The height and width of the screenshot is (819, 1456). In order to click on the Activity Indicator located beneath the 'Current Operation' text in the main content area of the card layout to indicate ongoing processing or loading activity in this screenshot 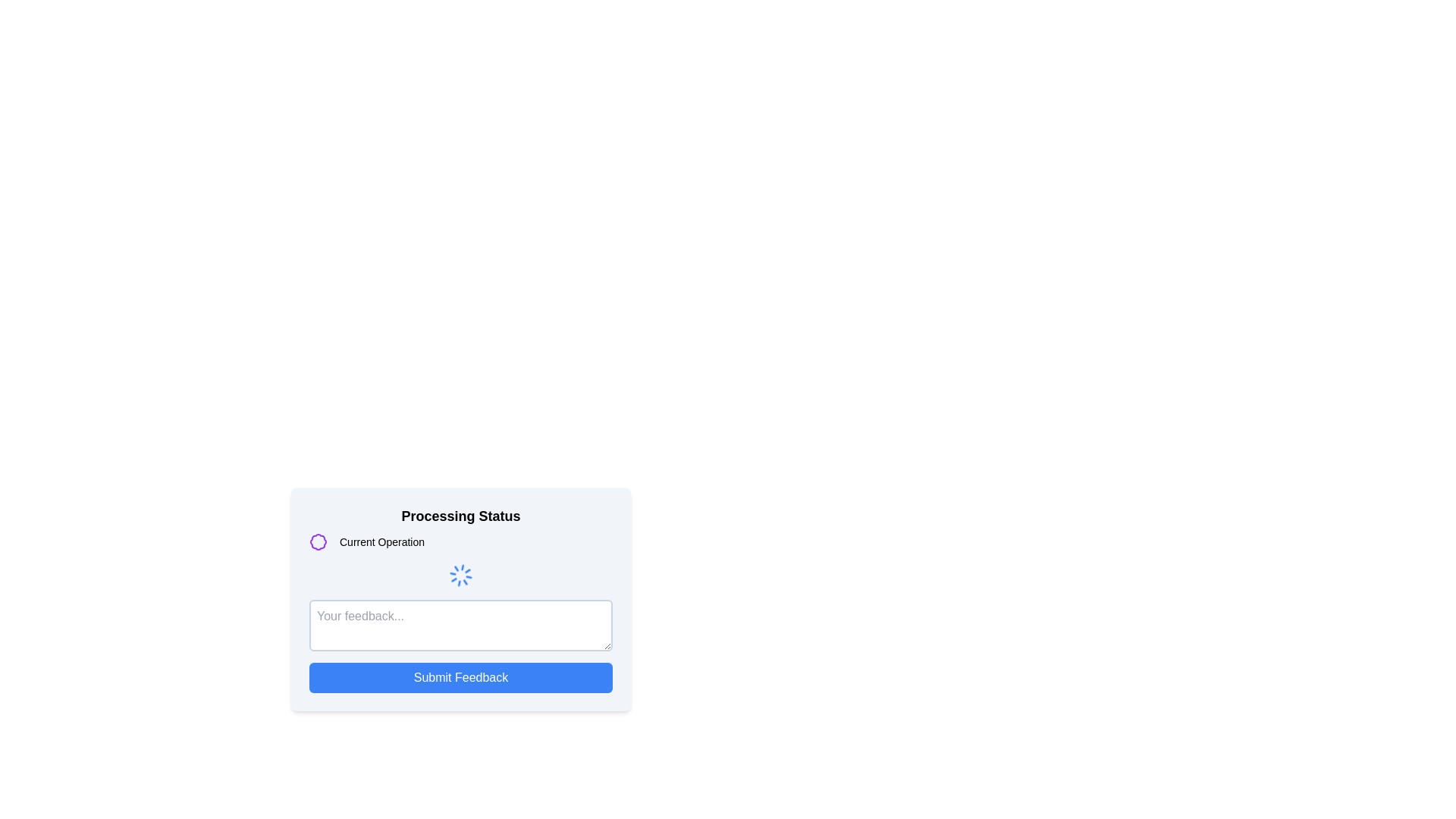, I will do `click(460, 576)`.